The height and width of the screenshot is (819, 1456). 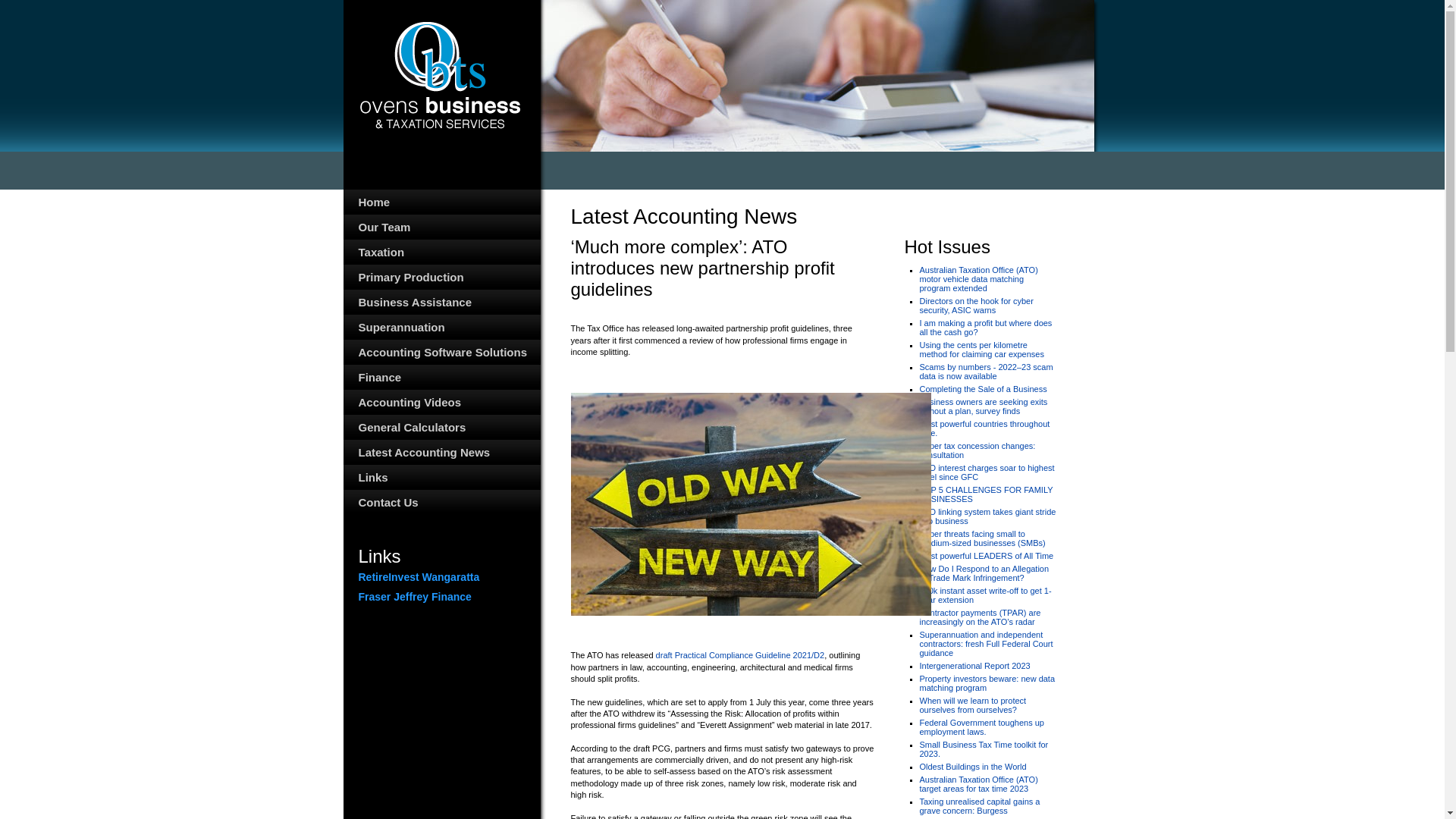 I want to click on 'Small Business Tax Time toolkit for 2023.', so click(x=983, y=748).